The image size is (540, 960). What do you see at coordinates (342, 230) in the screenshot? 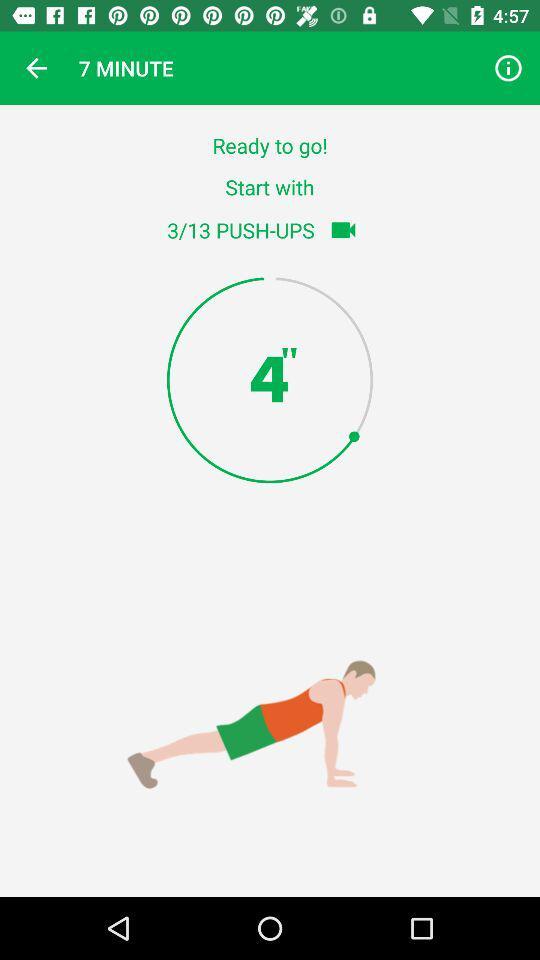
I see `icon to the right of 3 13 push` at bounding box center [342, 230].